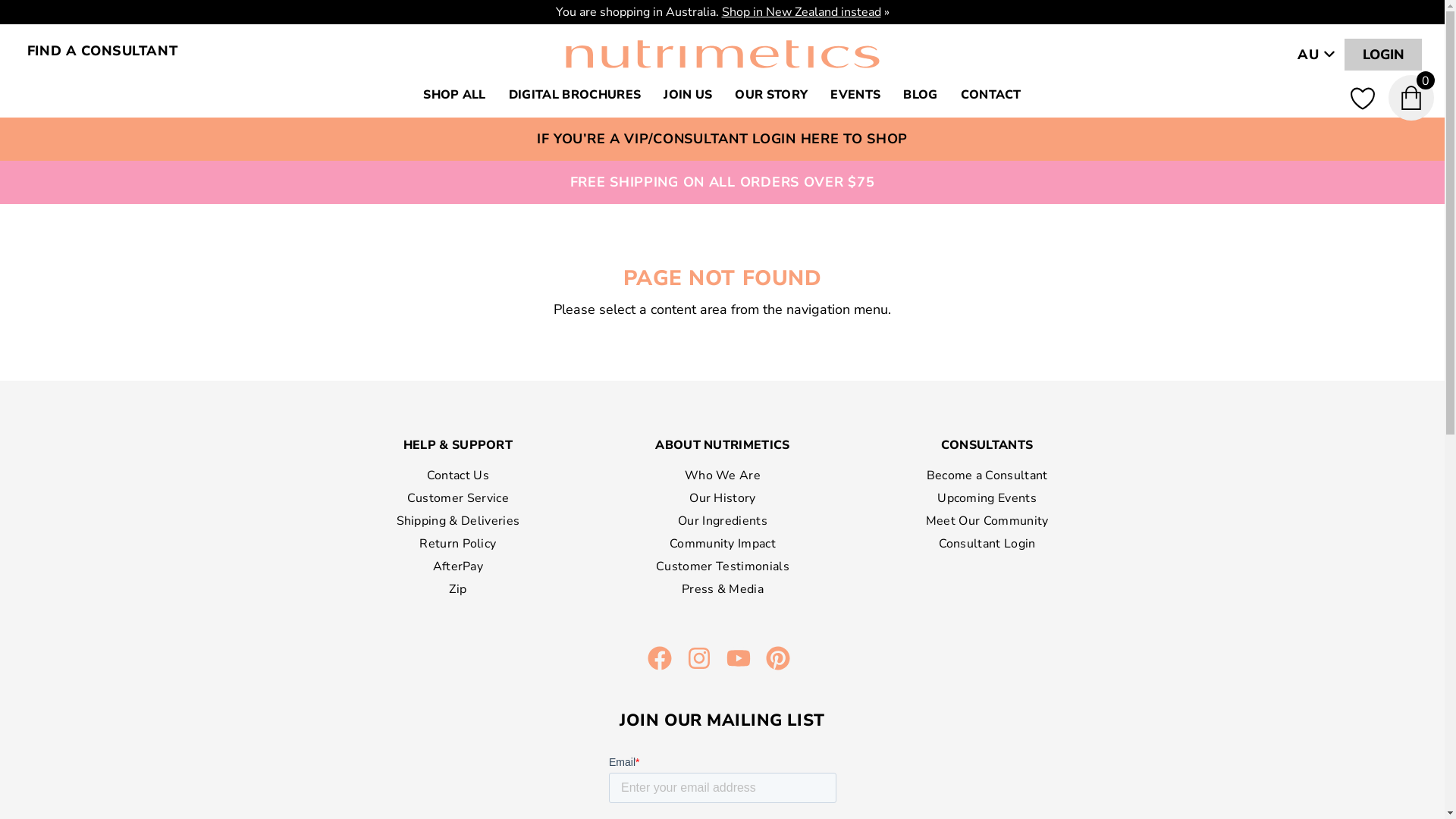 Image resolution: width=1456 pixels, height=819 pixels. Describe the element at coordinates (721, 566) in the screenshot. I see `'Customer Testimonials'` at that location.